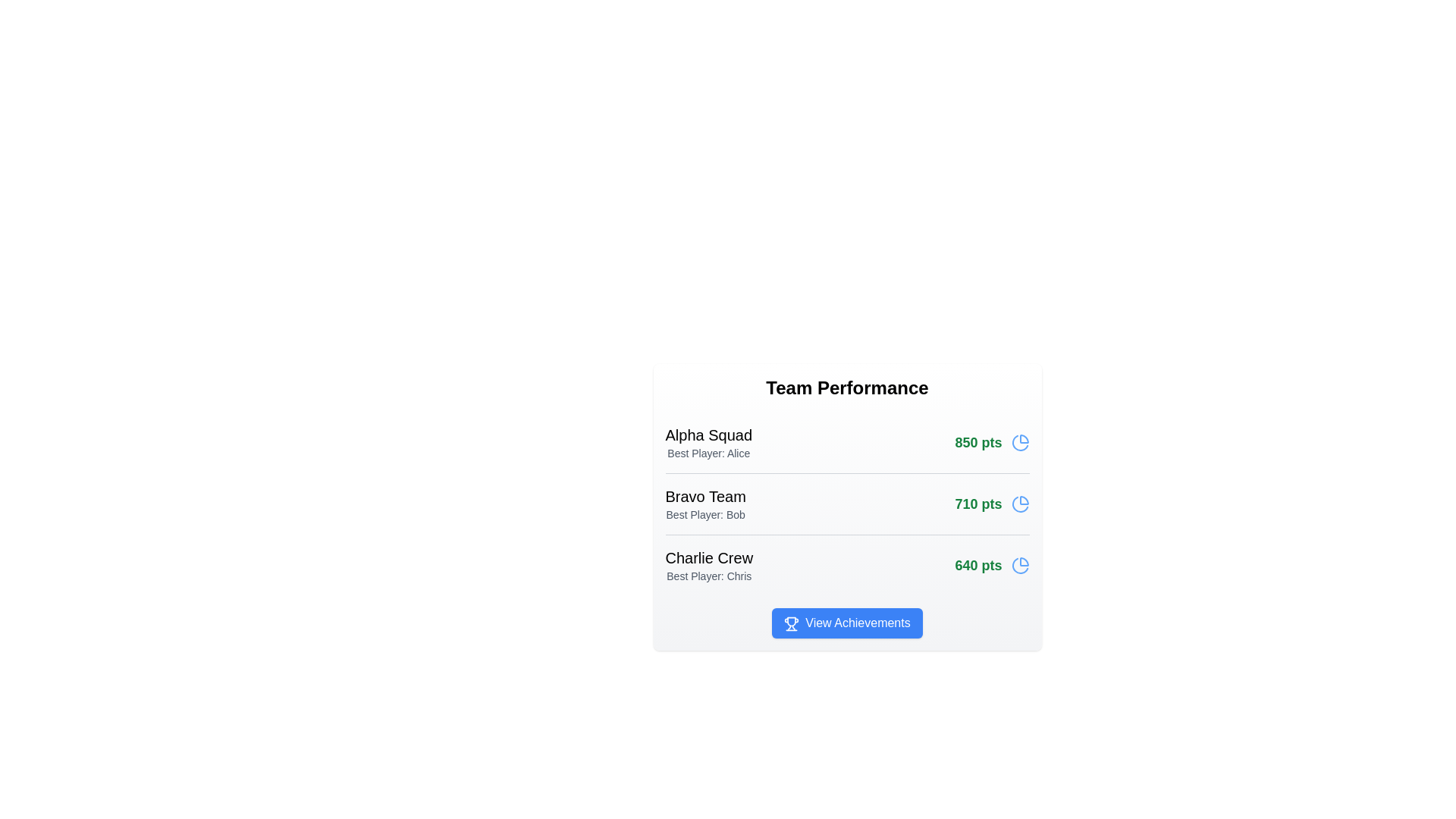 The height and width of the screenshot is (819, 1456). Describe the element at coordinates (992, 504) in the screenshot. I see `the team score to view details for Bravo Team` at that location.